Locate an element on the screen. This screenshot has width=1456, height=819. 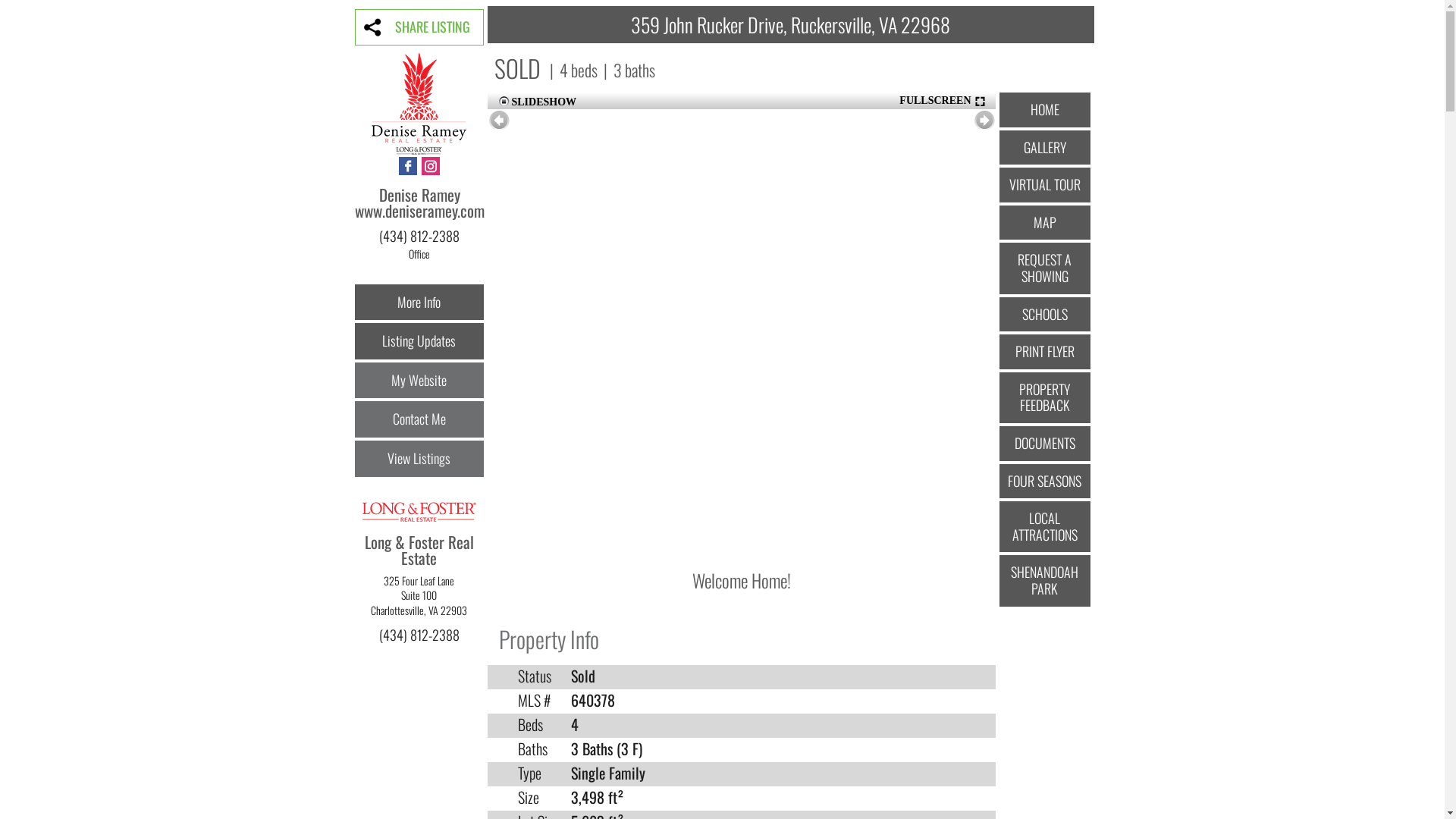
'GALLERY' is located at coordinates (999, 148).